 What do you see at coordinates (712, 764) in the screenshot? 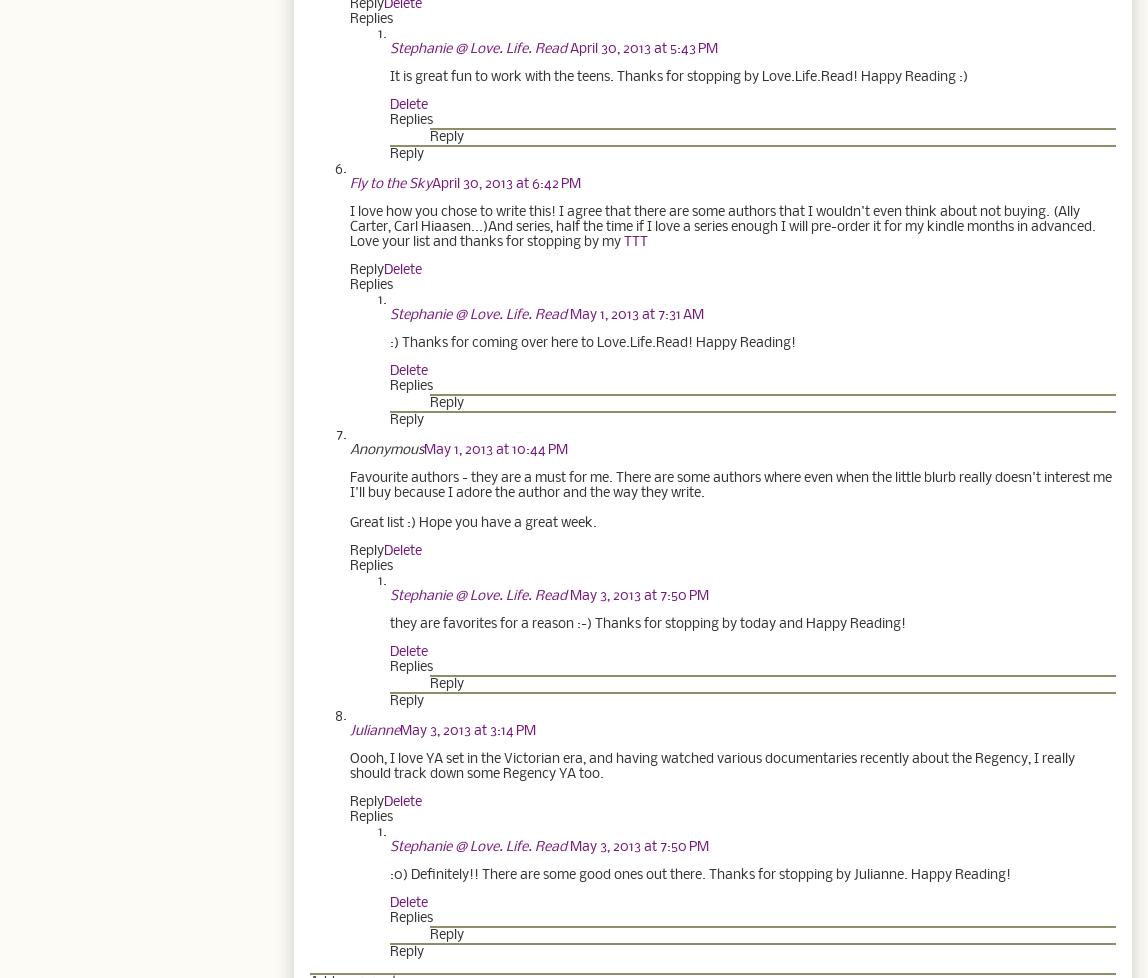
I see `'Oooh, I love YA set in the Victorian era, and having watched various documentaries recently about the Regency, I really should track down some Regency YA too.'` at bounding box center [712, 764].